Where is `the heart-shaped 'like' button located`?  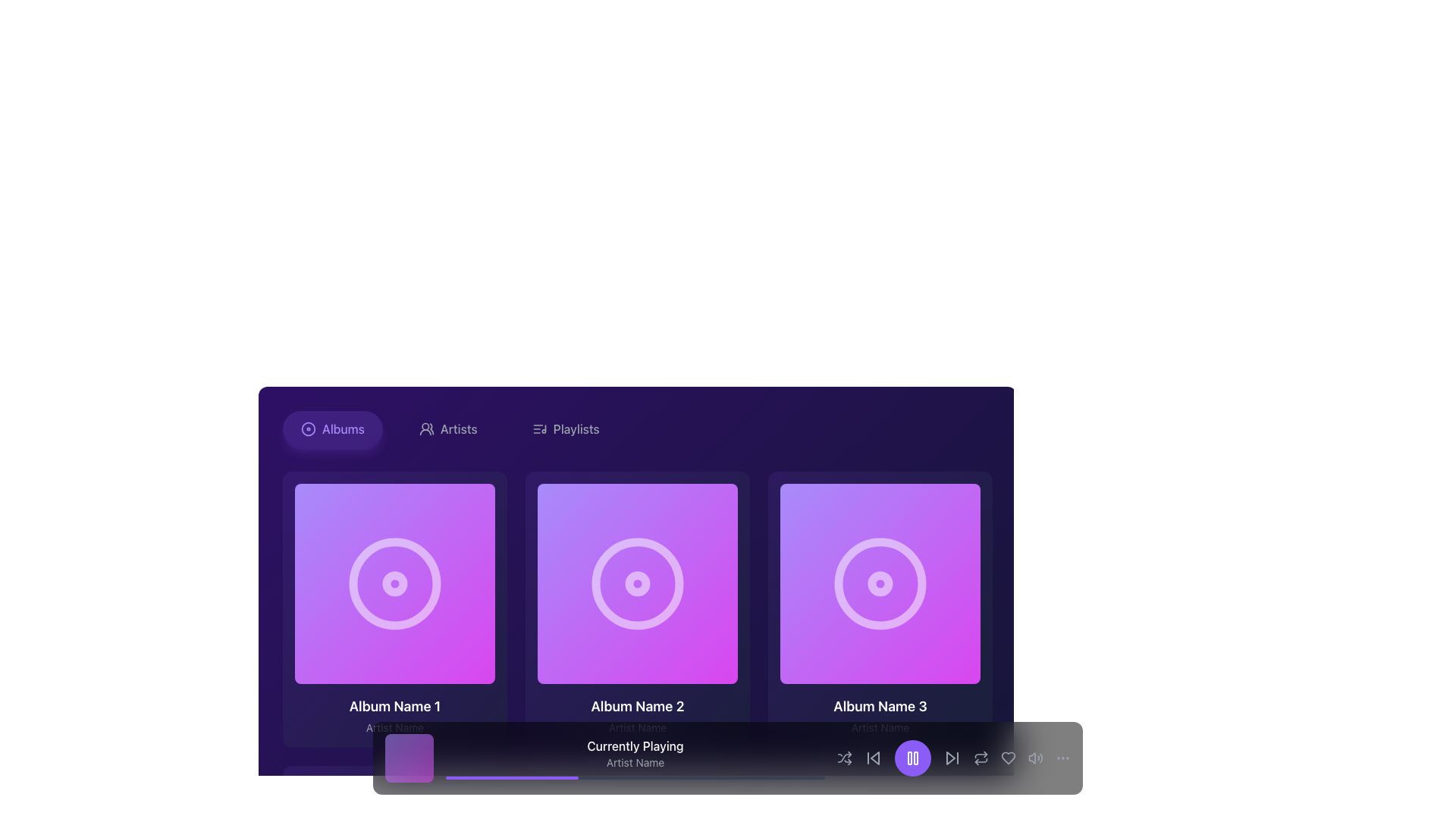
the heart-shaped 'like' button located is located at coordinates (1008, 758).